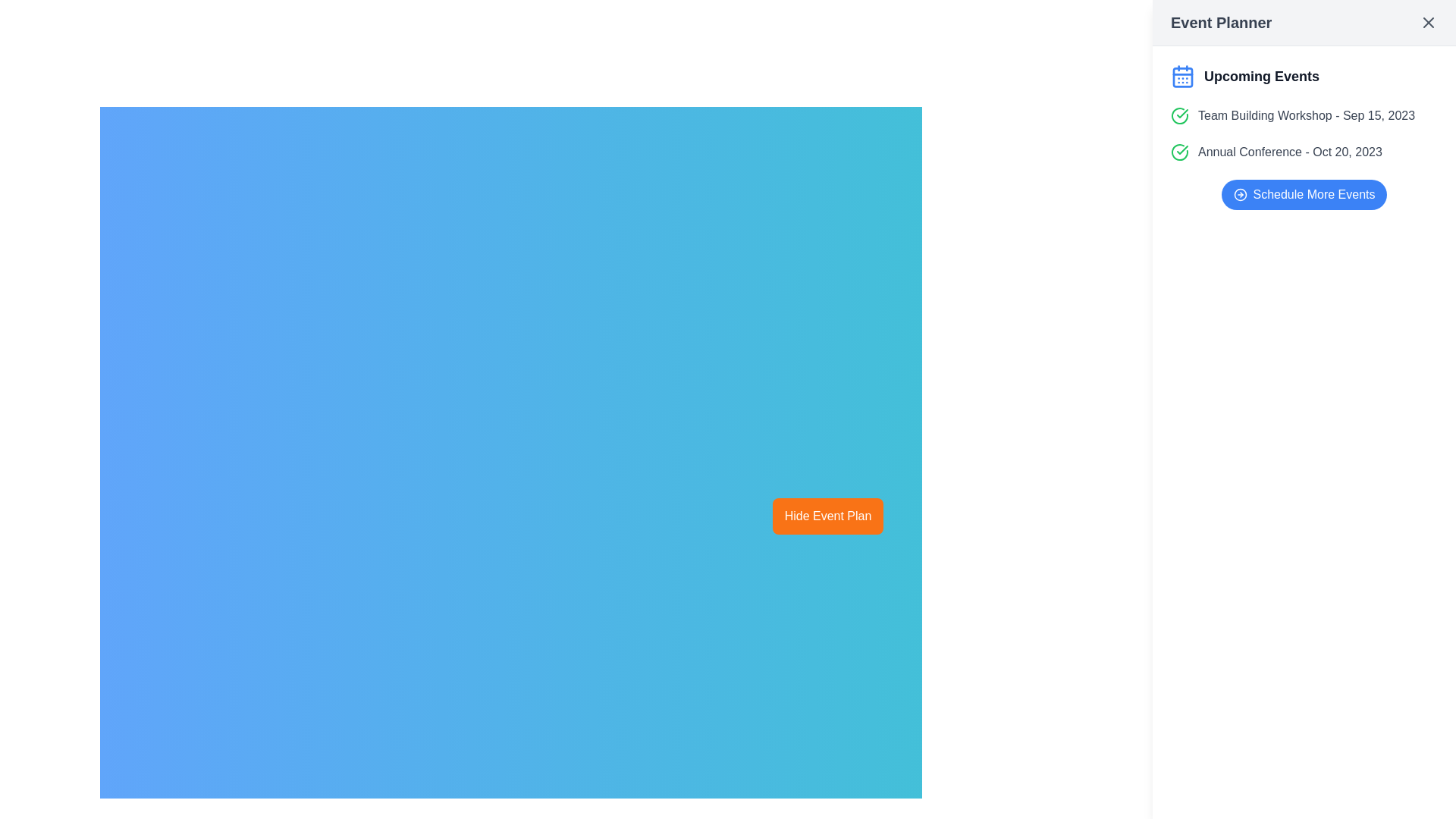  I want to click on the status icon indicating completion or confirmation for the event 'Team Building Workshop - Sep 15, 2023', located at the beginning of the row in the upcoming events list, so click(1178, 115).